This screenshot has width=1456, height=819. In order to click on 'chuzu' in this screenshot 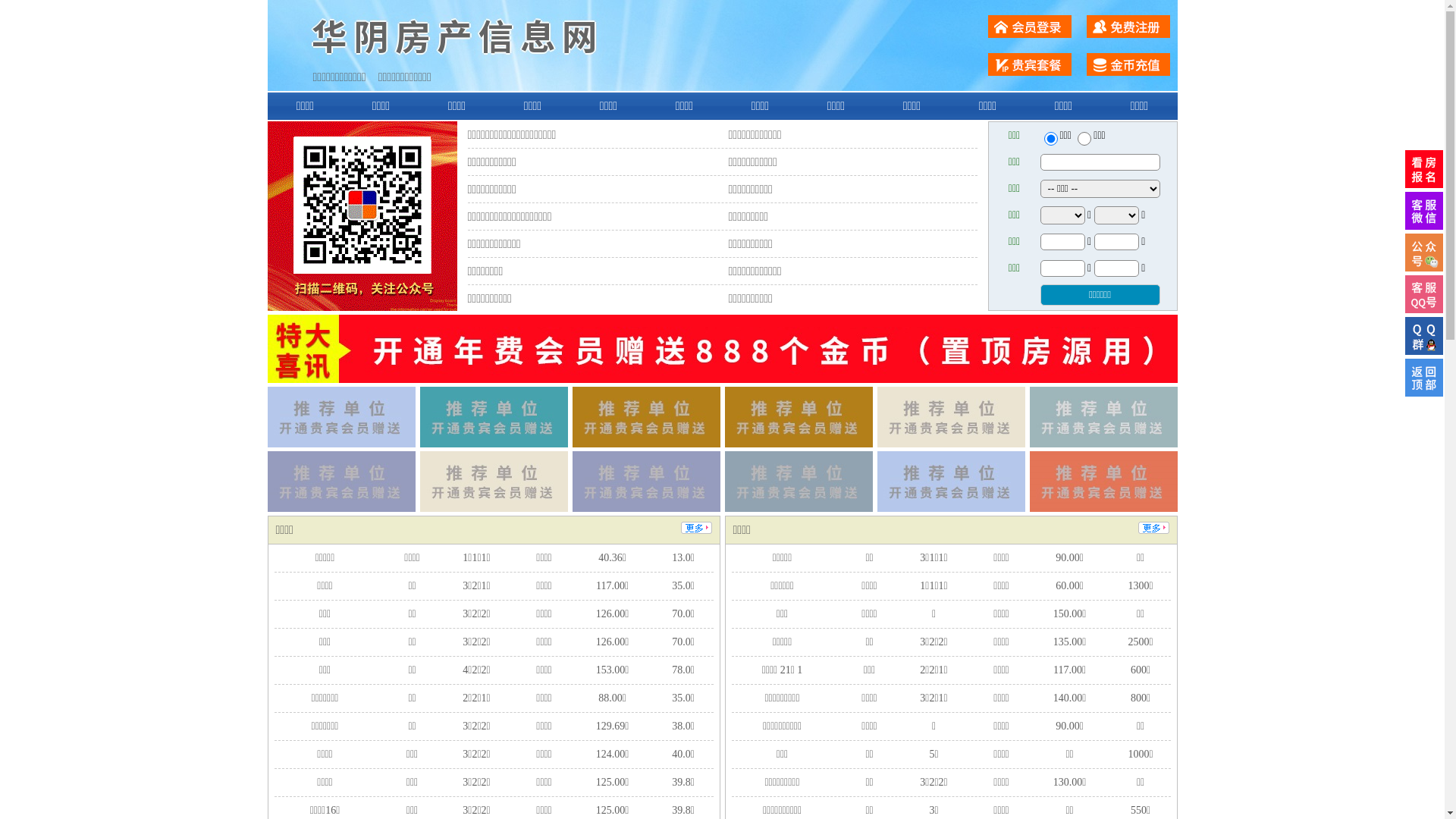, I will do `click(1084, 138)`.